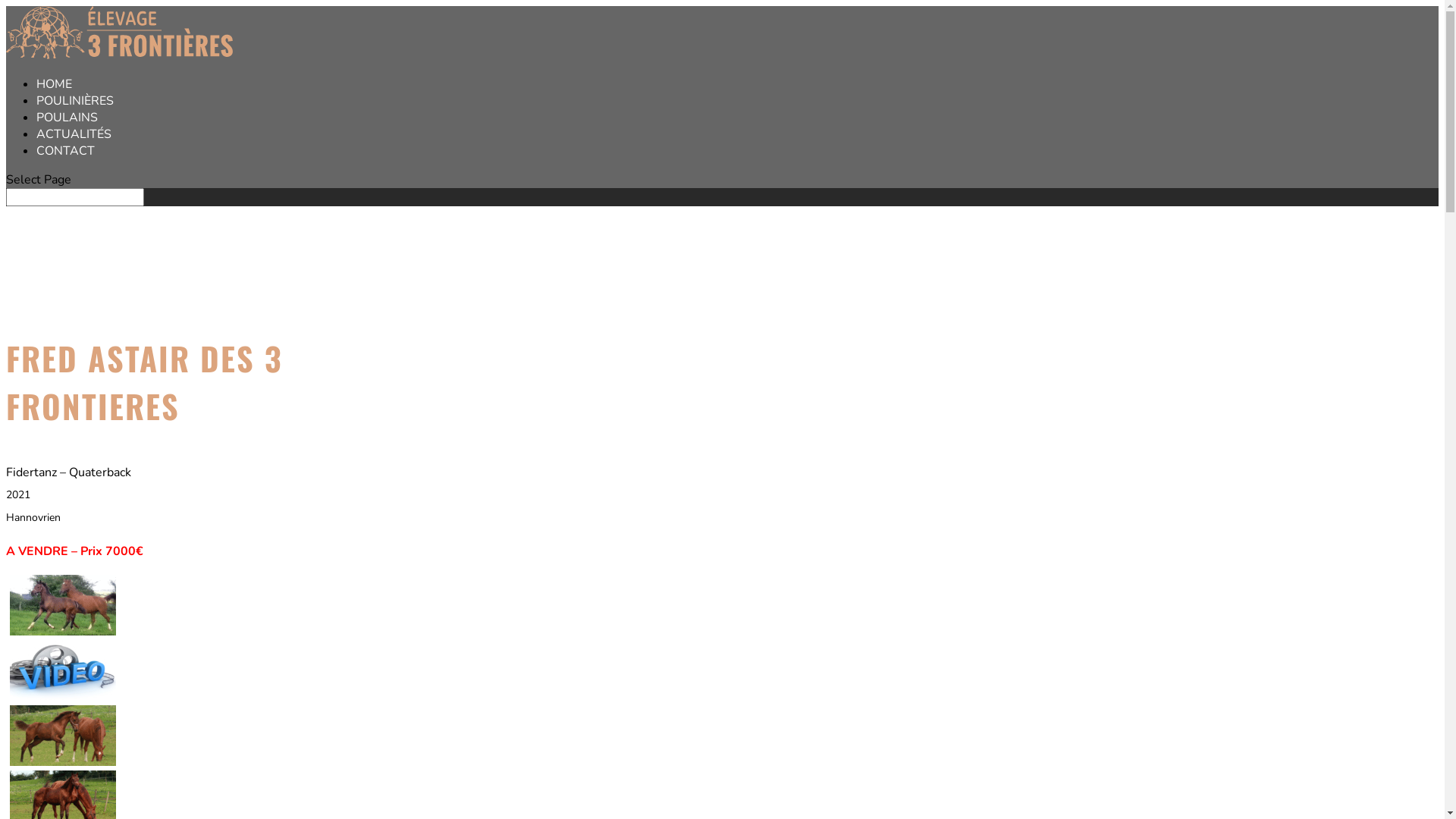 The image size is (1456, 819). I want to click on 'CONTACT', so click(64, 151).